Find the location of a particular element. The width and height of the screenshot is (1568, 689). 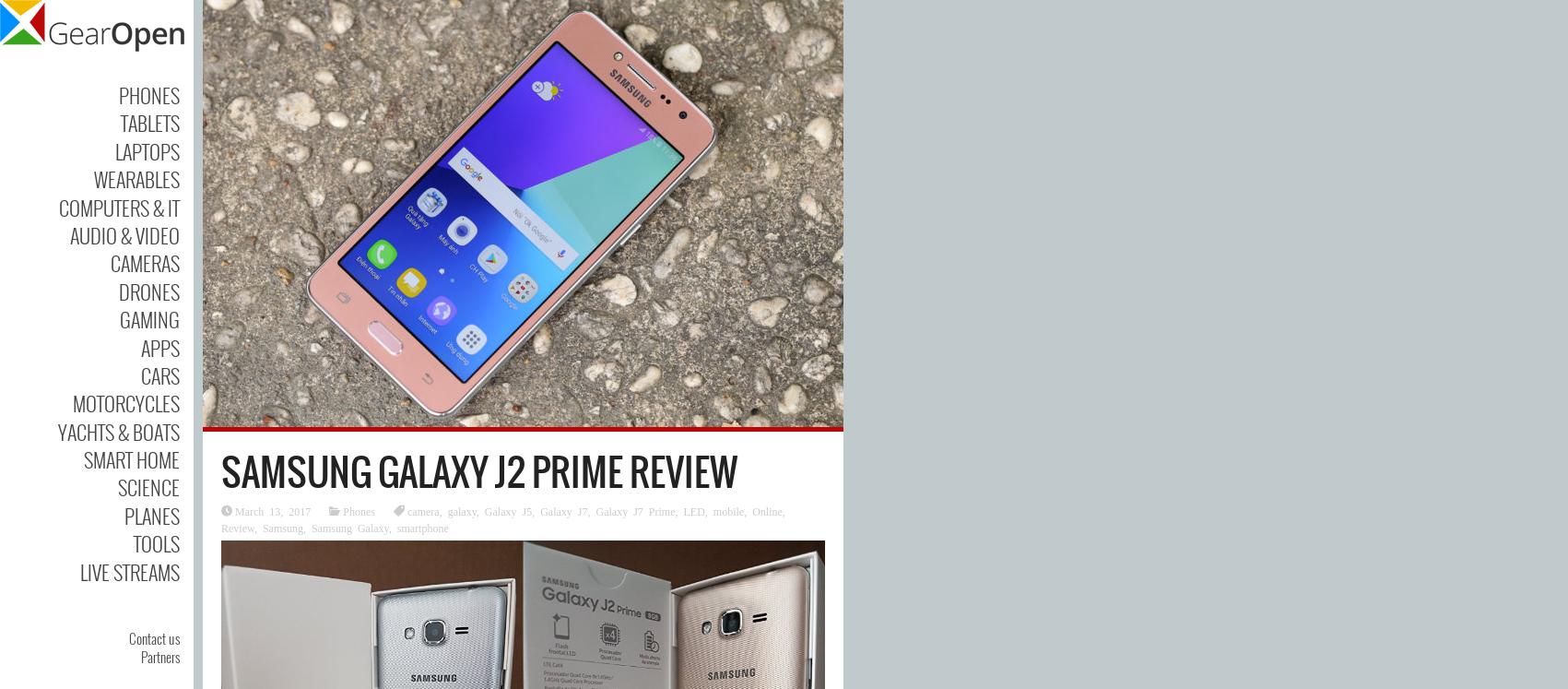

'LED' is located at coordinates (693, 509).